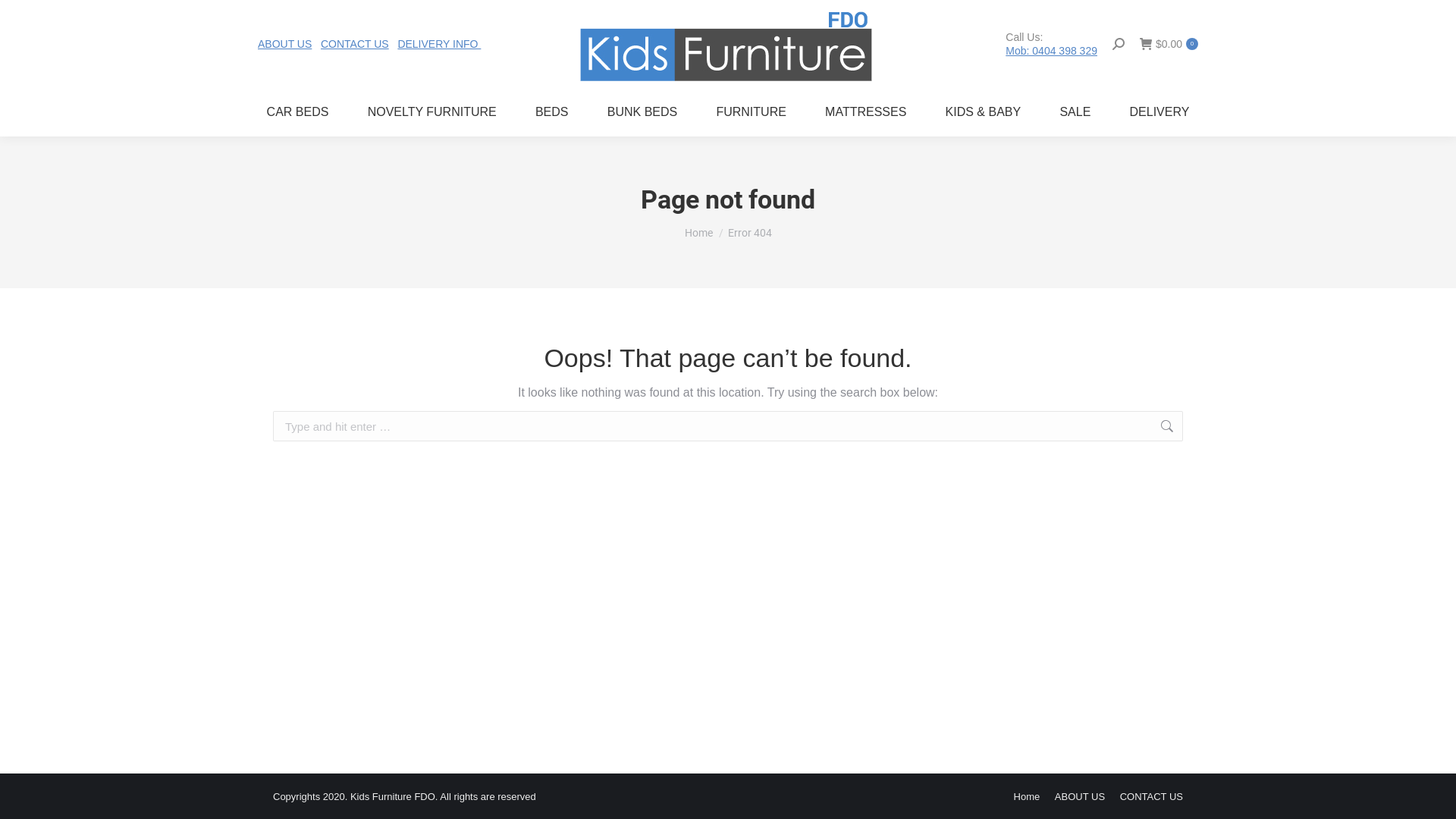 Image resolution: width=1456 pixels, height=819 pixels. I want to click on 'SALE', so click(1074, 111).